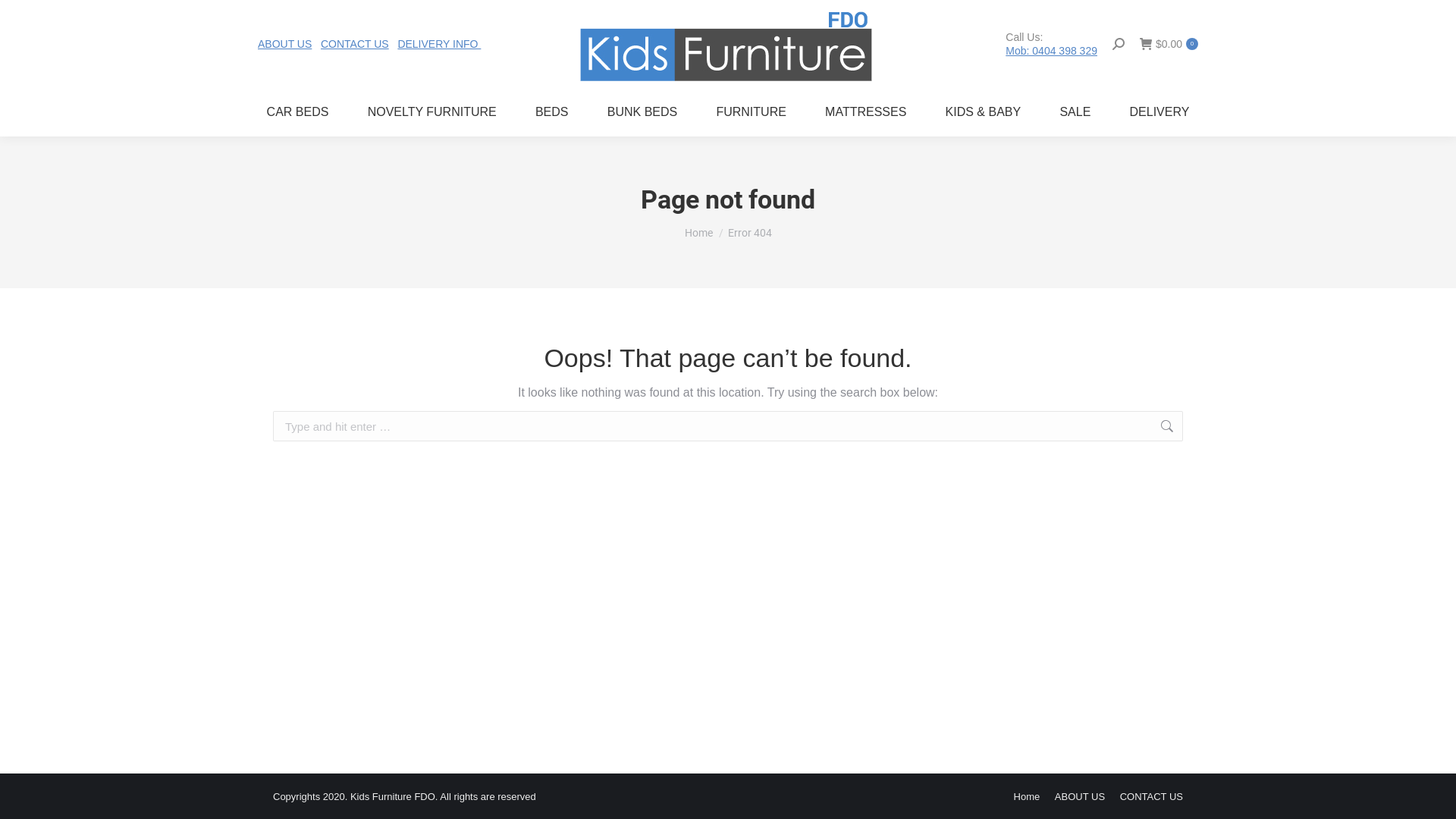 Image resolution: width=1456 pixels, height=819 pixels. I want to click on 'SALE', so click(1074, 111).